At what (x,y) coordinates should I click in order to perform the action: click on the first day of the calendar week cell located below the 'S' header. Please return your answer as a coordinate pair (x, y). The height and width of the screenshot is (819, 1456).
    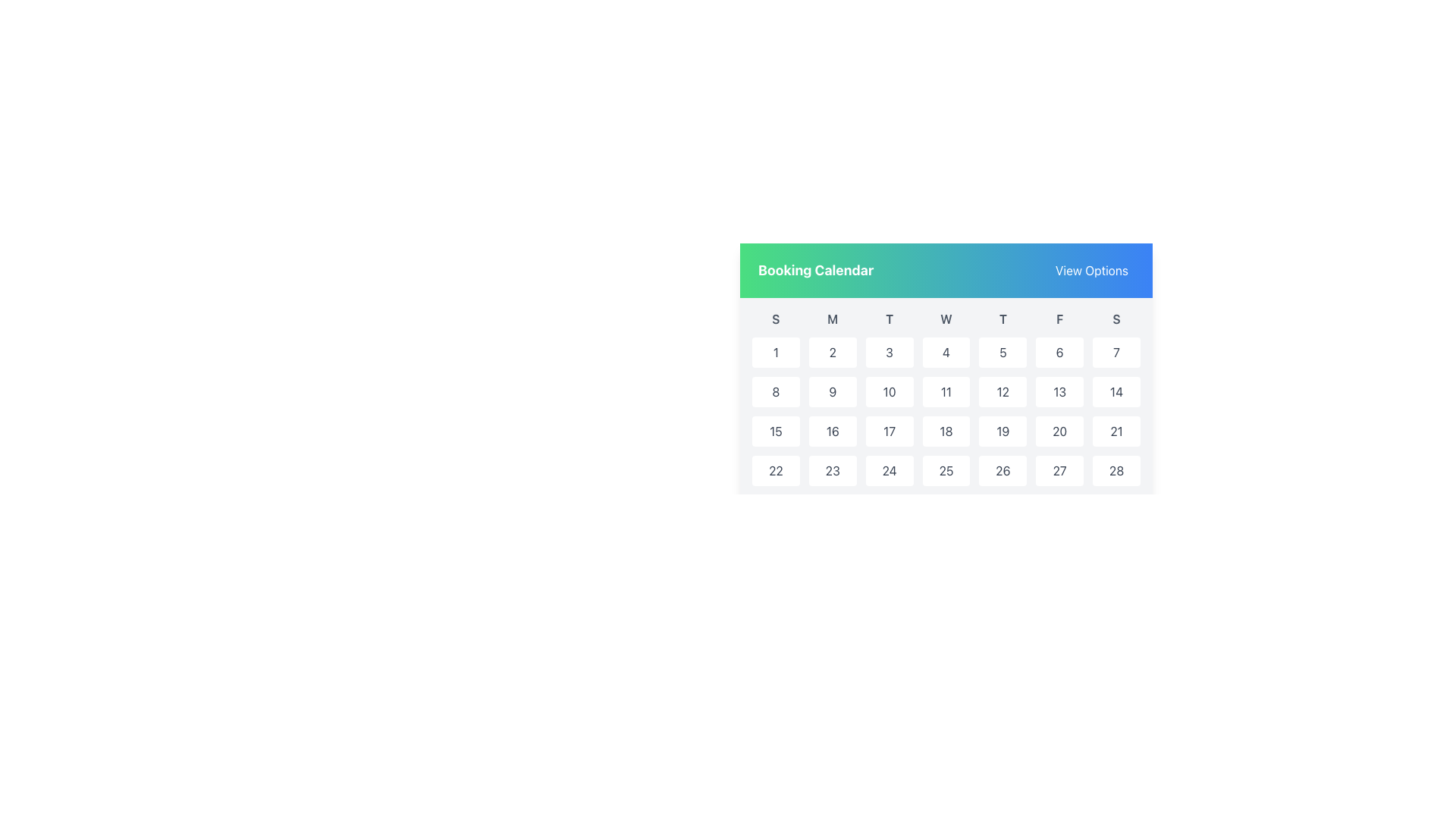
    Looking at the image, I should click on (776, 353).